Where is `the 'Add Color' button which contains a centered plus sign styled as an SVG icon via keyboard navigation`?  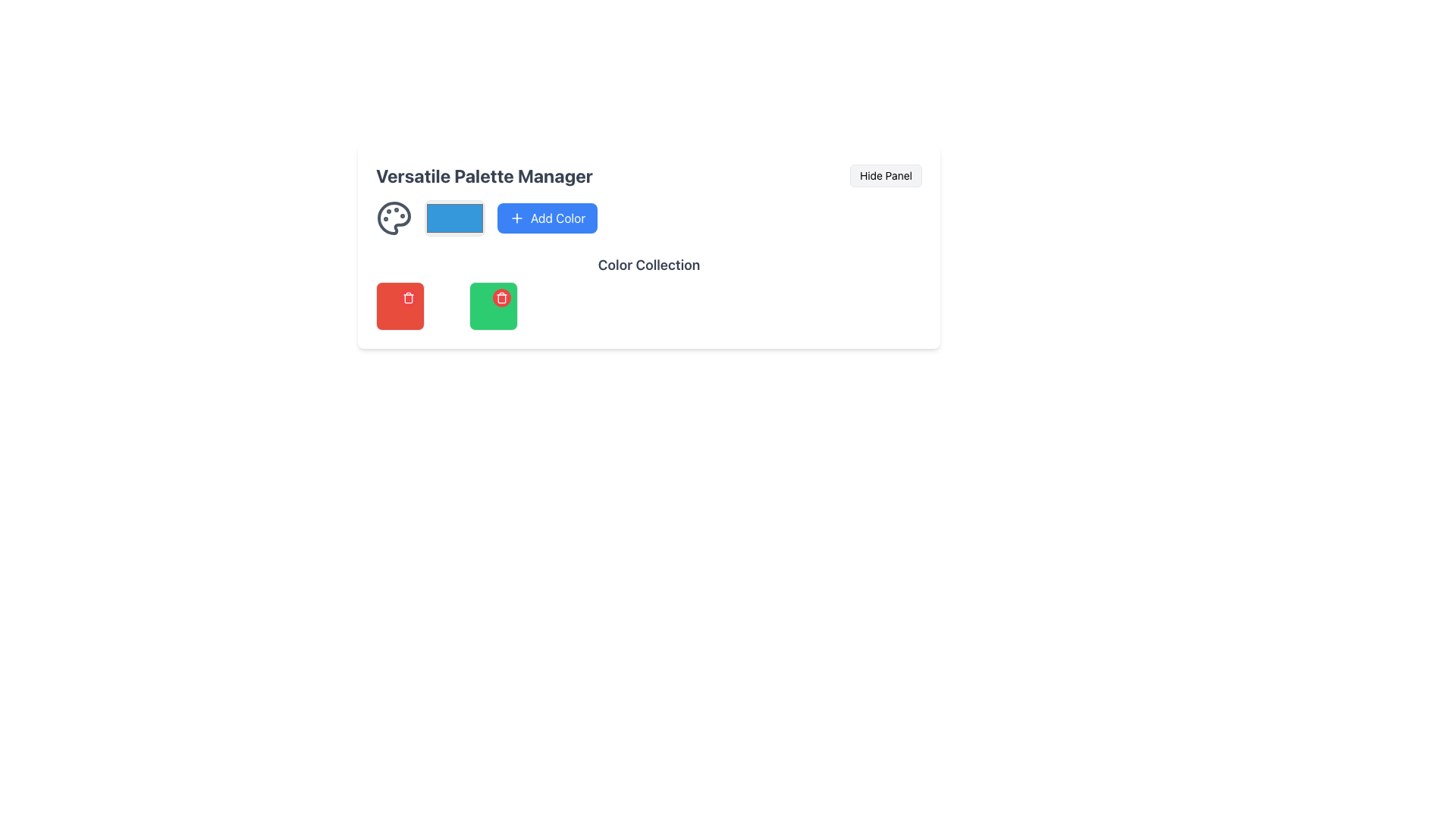 the 'Add Color' button which contains a centered plus sign styled as an SVG icon via keyboard navigation is located at coordinates (516, 218).